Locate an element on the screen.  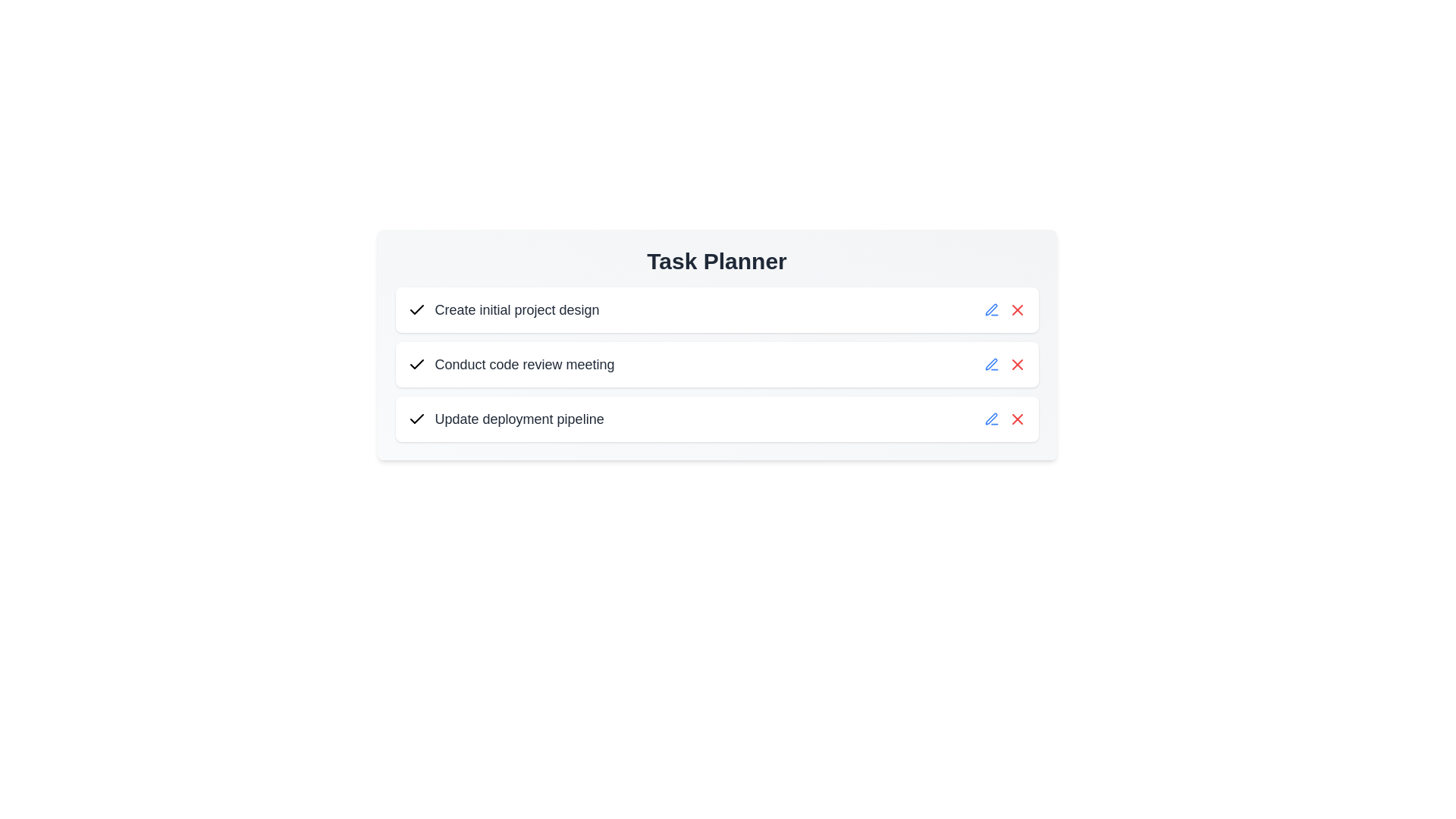
the second checkmark icon next to the task labeled 'Conduct code review meeting' to indicate the completion status of the task is located at coordinates (416, 364).